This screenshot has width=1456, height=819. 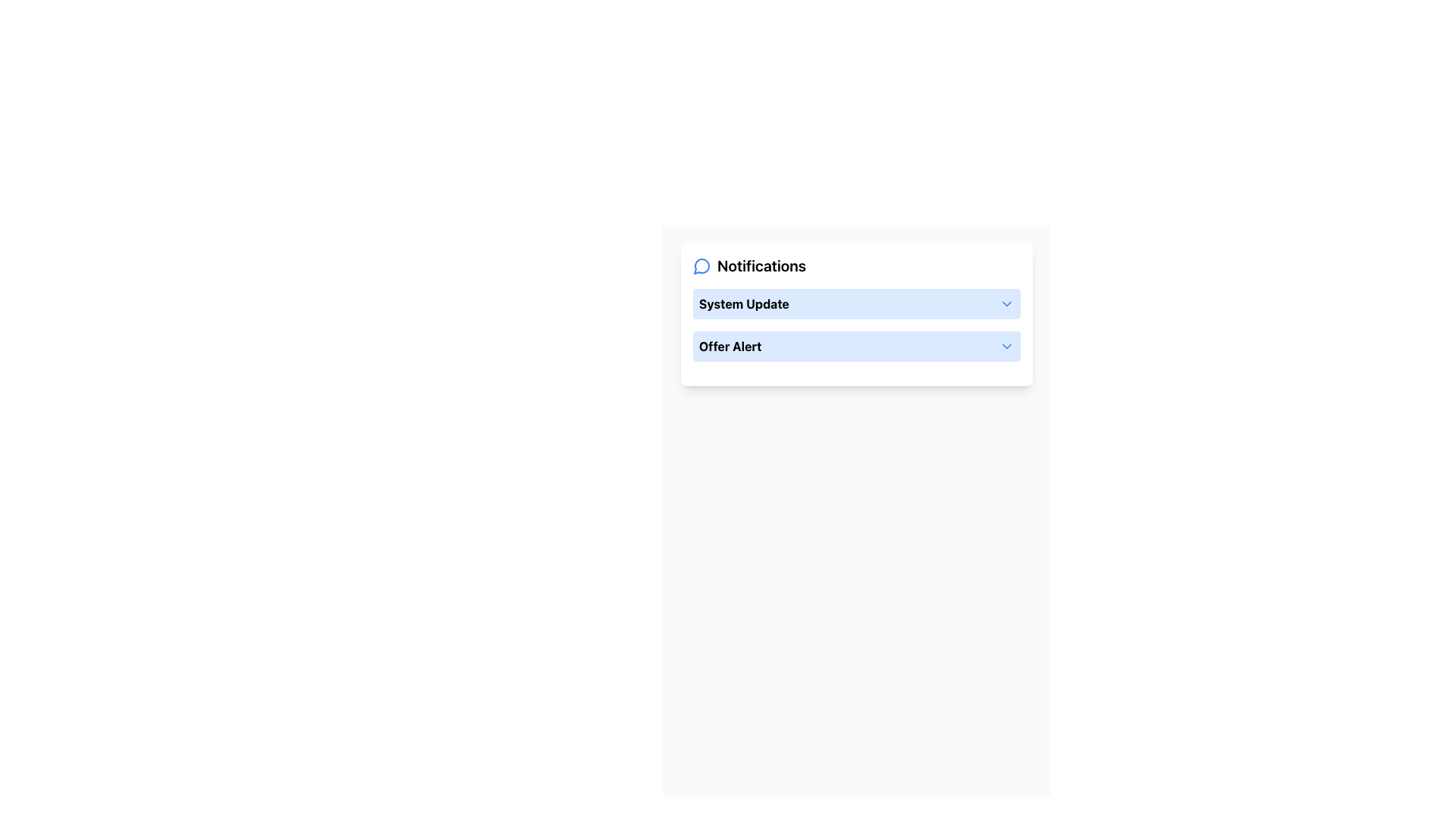 What do you see at coordinates (744, 304) in the screenshot?
I see `the 'System Update' text label, which is styled with bold, dark text on a light blue background and located in the Notifications section` at bounding box center [744, 304].